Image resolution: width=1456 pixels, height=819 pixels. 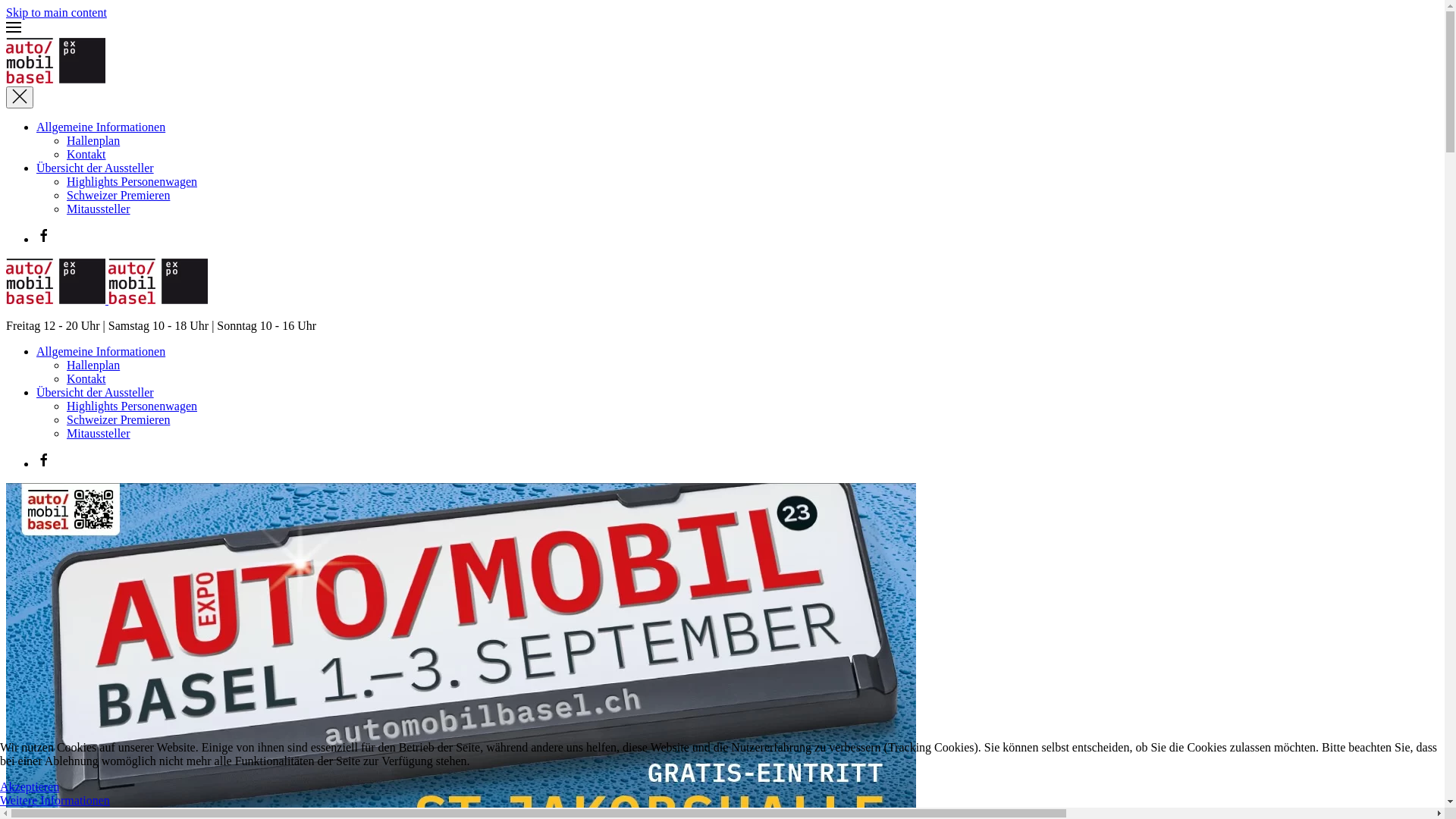 What do you see at coordinates (93, 365) in the screenshot?
I see `'Hallenplan'` at bounding box center [93, 365].